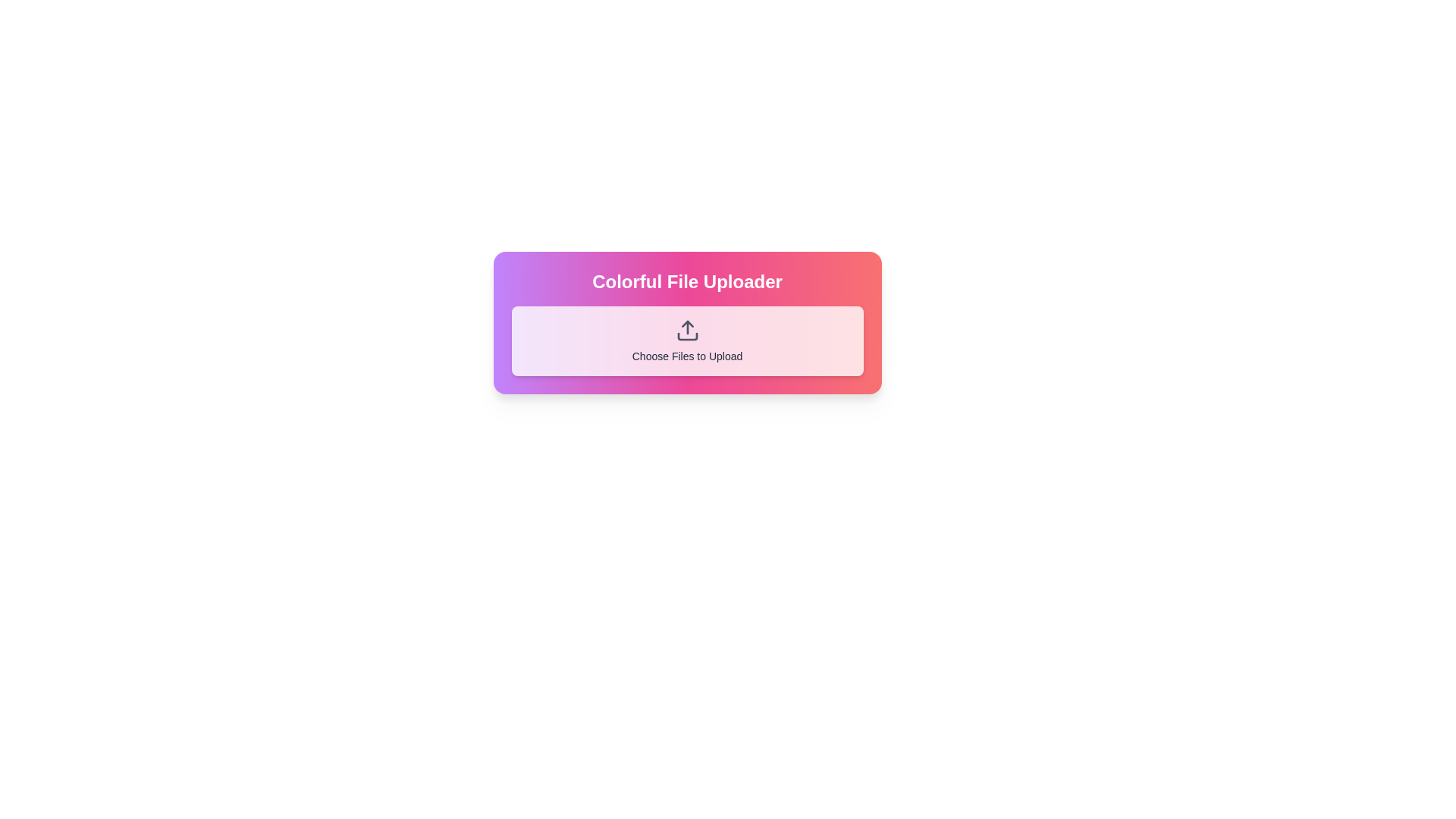  I want to click on the bottom segment of the upload icon, which is a black horizontal line part of the upload graphic, so click(686, 335).